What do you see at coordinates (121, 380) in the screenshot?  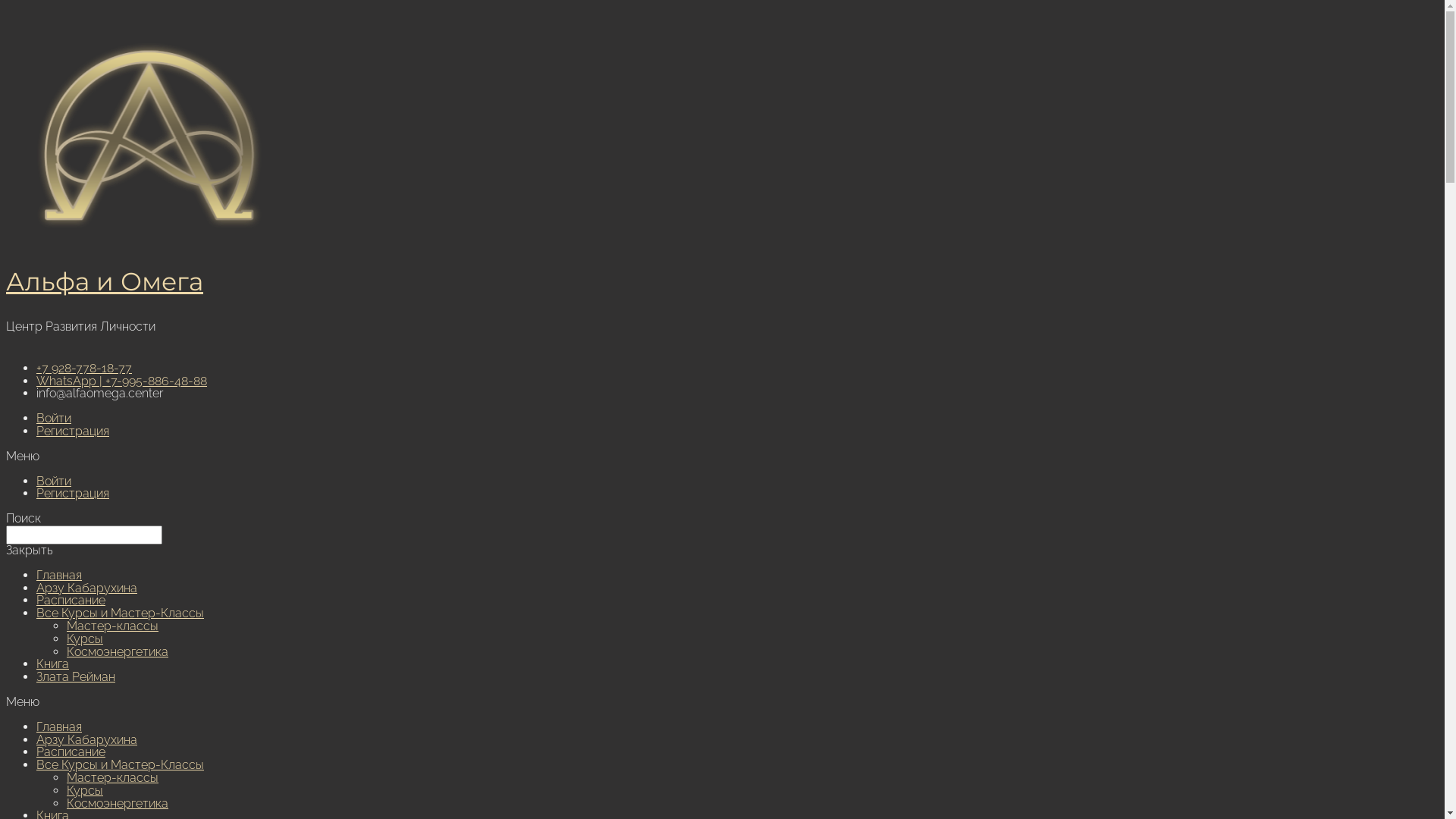 I see `'WhatsApp | +7-995-886-48-88'` at bounding box center [121, 380].